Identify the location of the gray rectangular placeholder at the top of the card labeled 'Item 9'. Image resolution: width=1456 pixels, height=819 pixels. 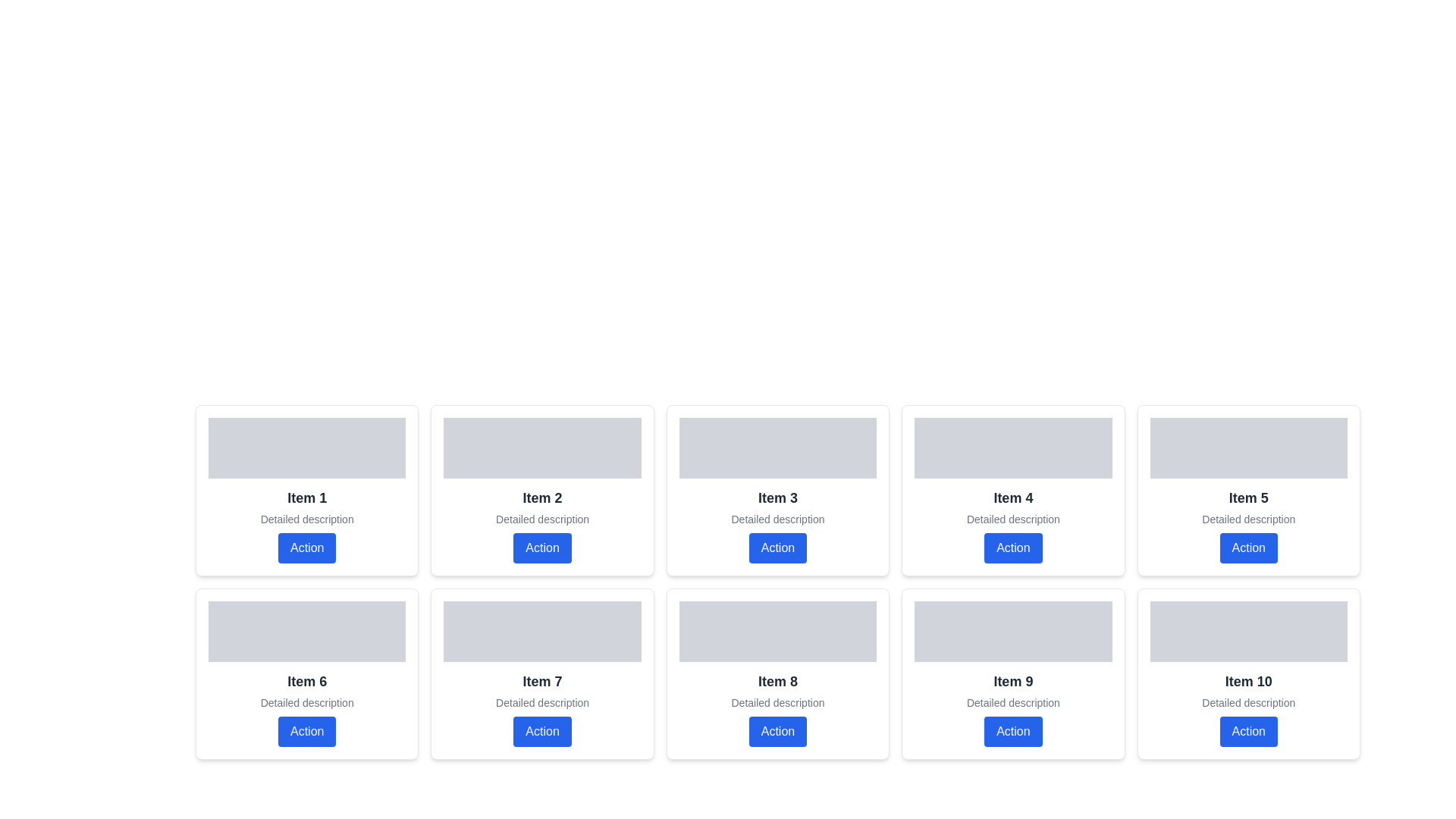
(1013, 632).